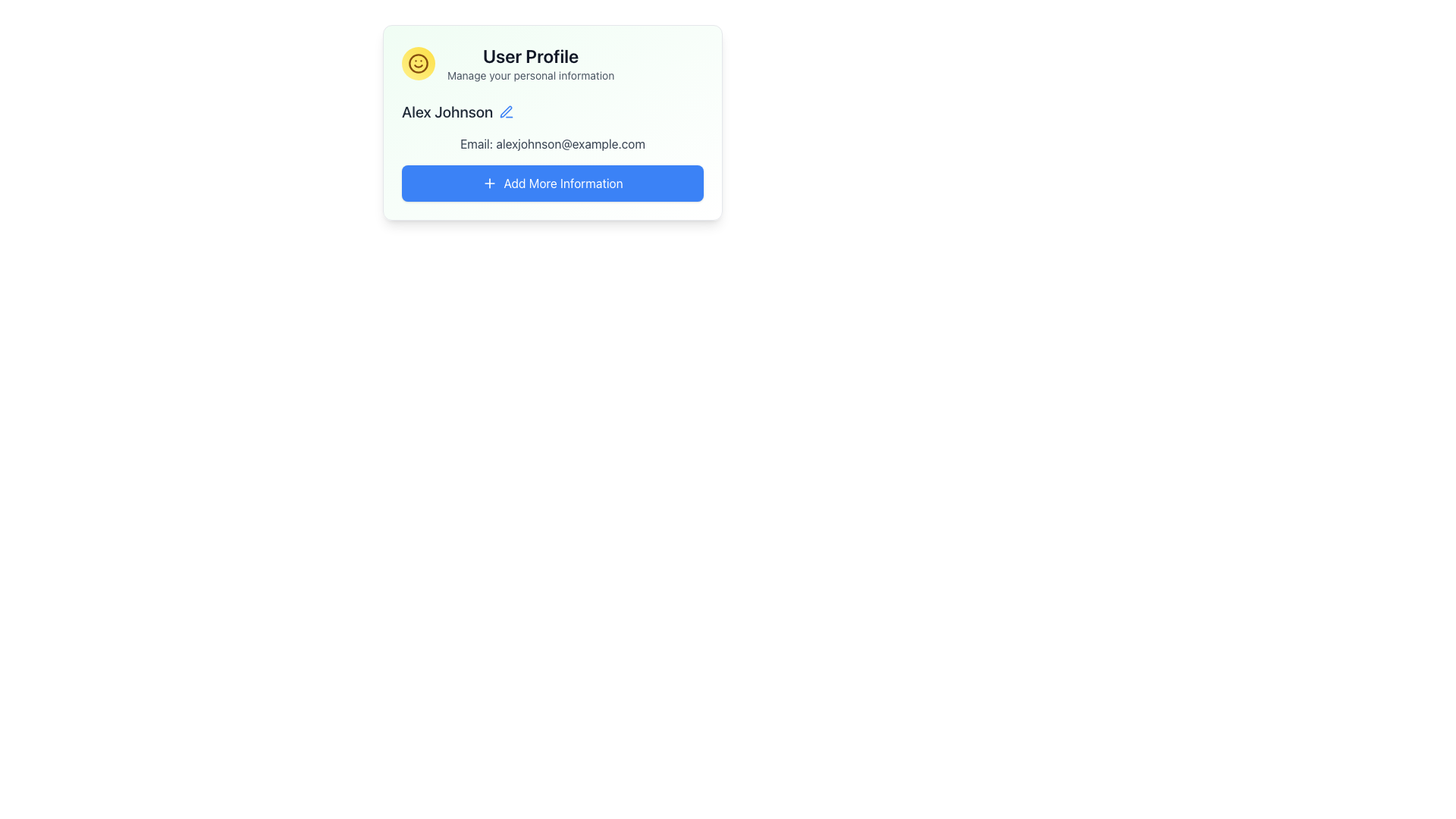  I want to click on the text block styled as a title with the content 'User Profile', which is bold and large, located at the top of the user profile section, so click(531, 55).